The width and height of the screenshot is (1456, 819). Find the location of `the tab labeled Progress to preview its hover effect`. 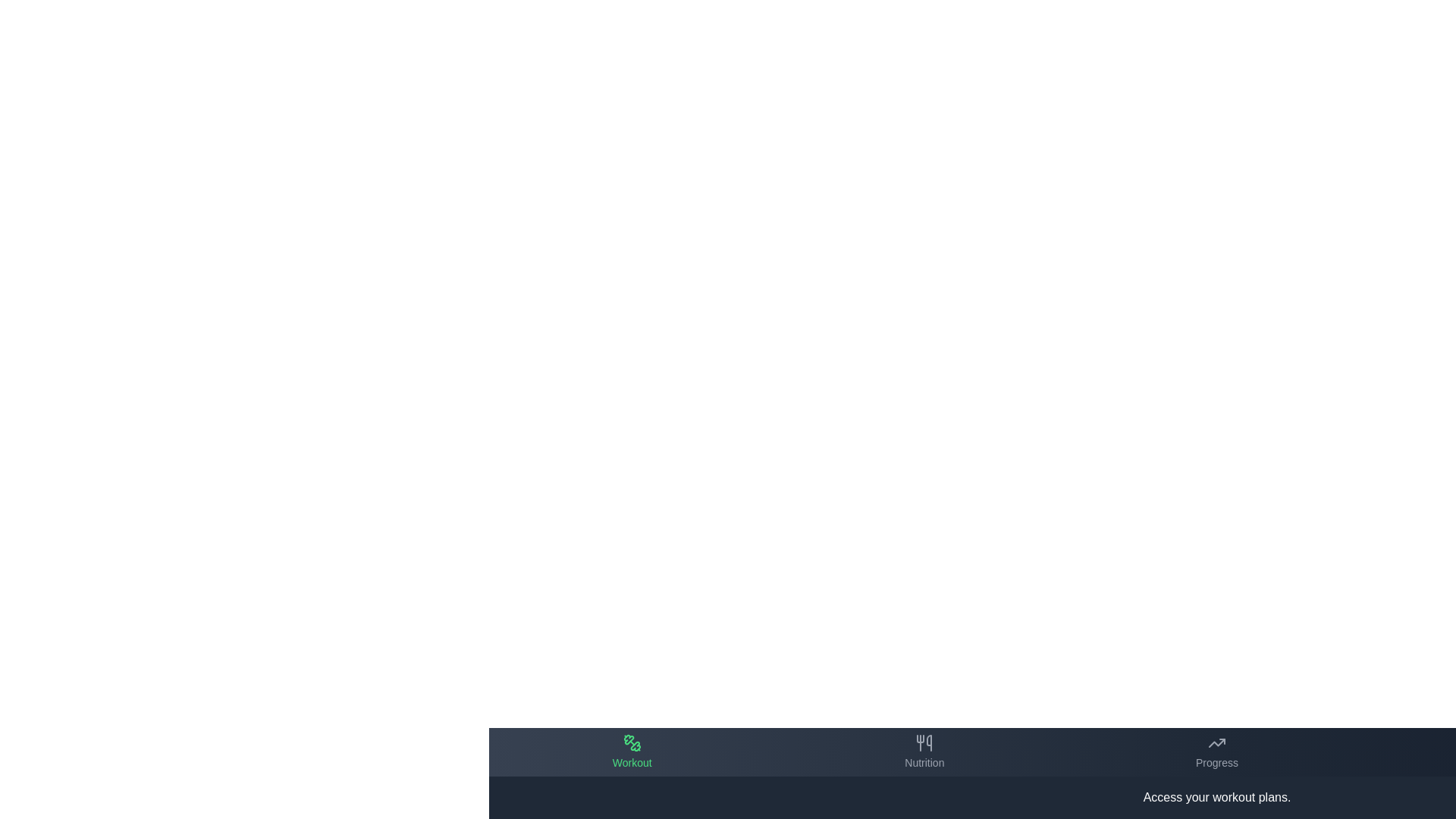

the tab labeled Progress to preview its hover effect is located at coordinates (1216, 752).